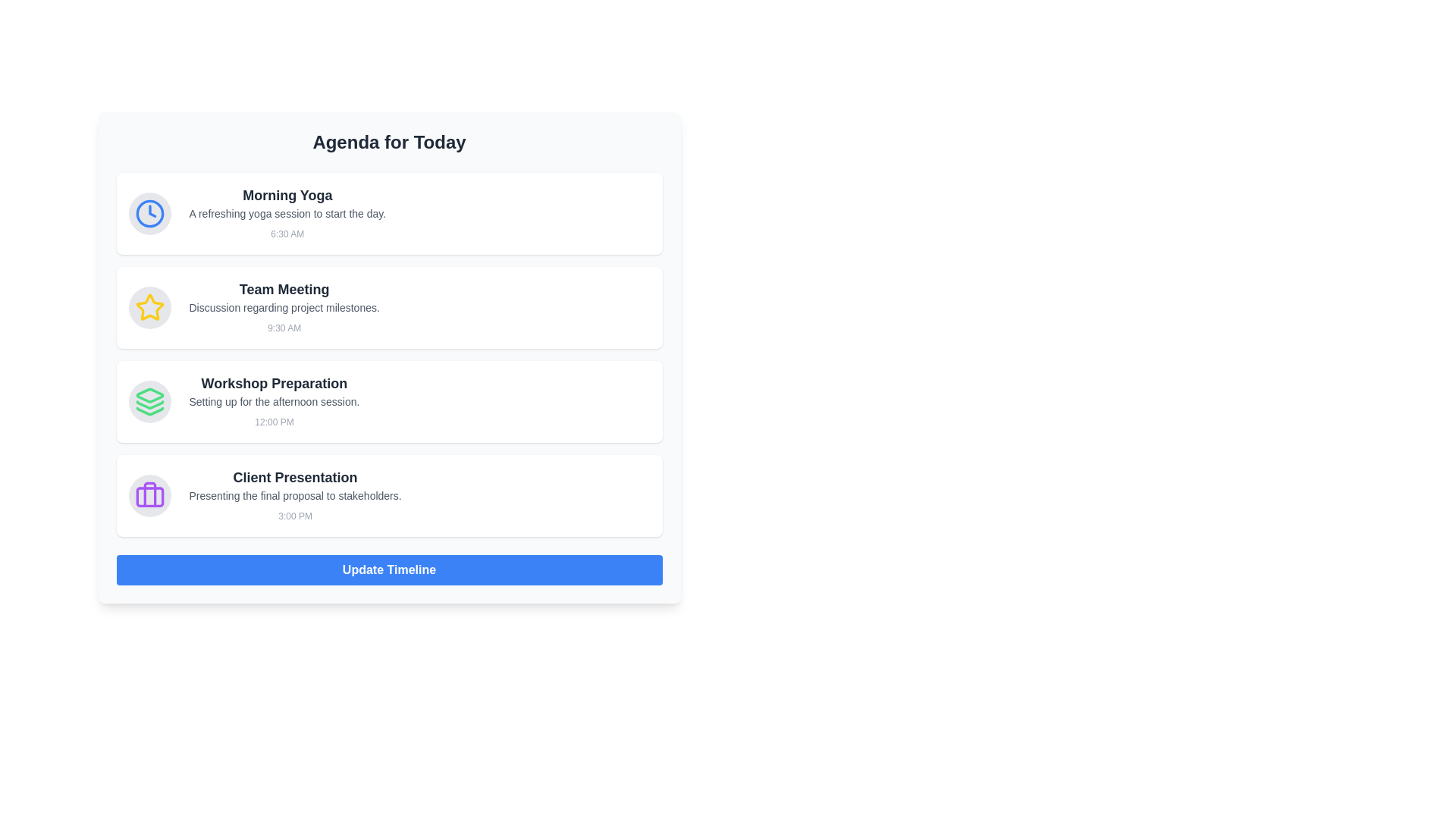 This screenshot has height=819, width=1456. I want to click on the rounded icon with a gray background featuring a purple suitcase symbol located in the fourth card labeled 'Client Presentation' under 'Agenda for Today', so click(149, 496).